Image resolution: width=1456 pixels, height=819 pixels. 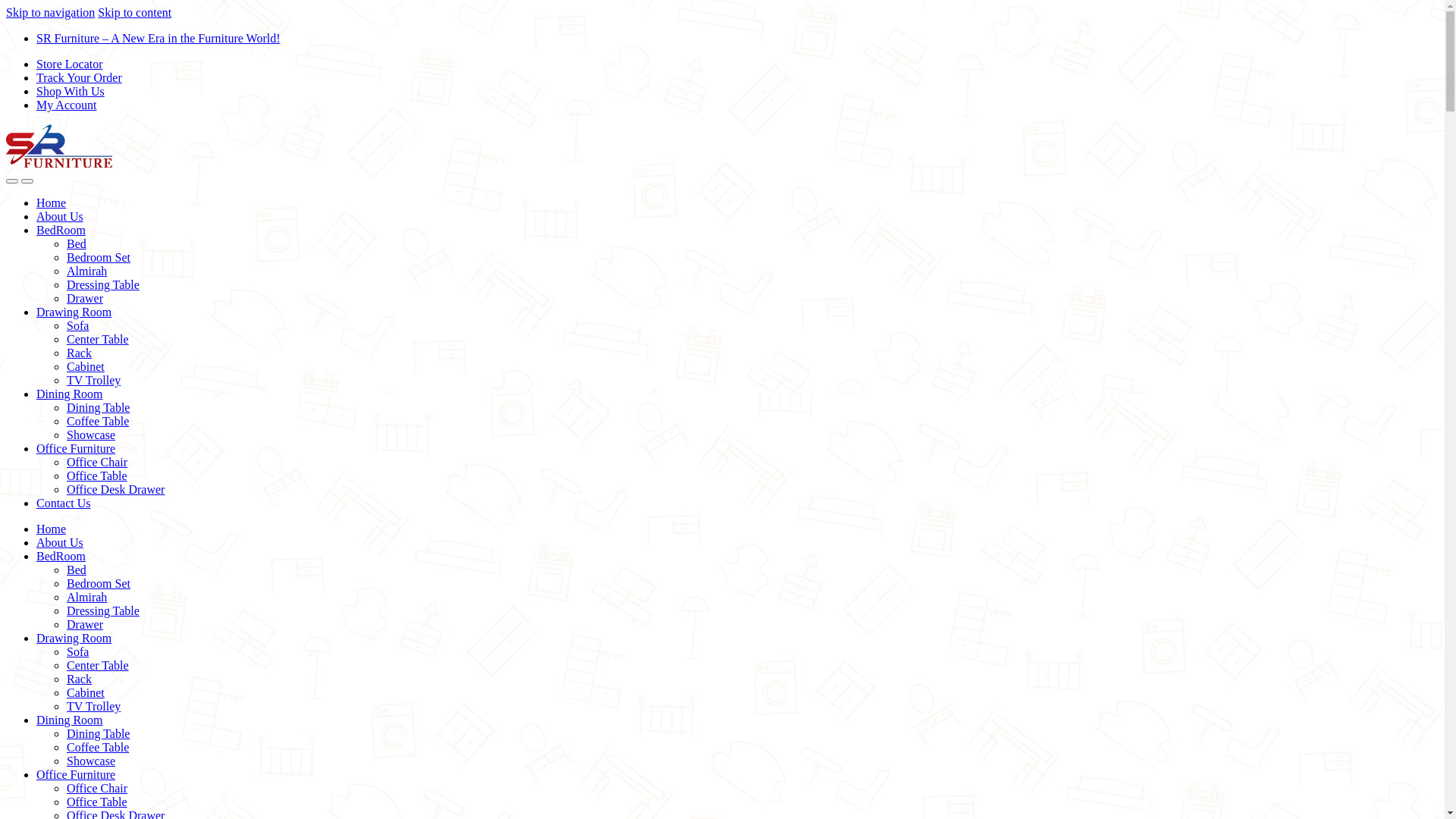 What do you see at coordinates (86, 270) in the screenshot?
I see `'Almirah'` at bounding box center [86, 270].